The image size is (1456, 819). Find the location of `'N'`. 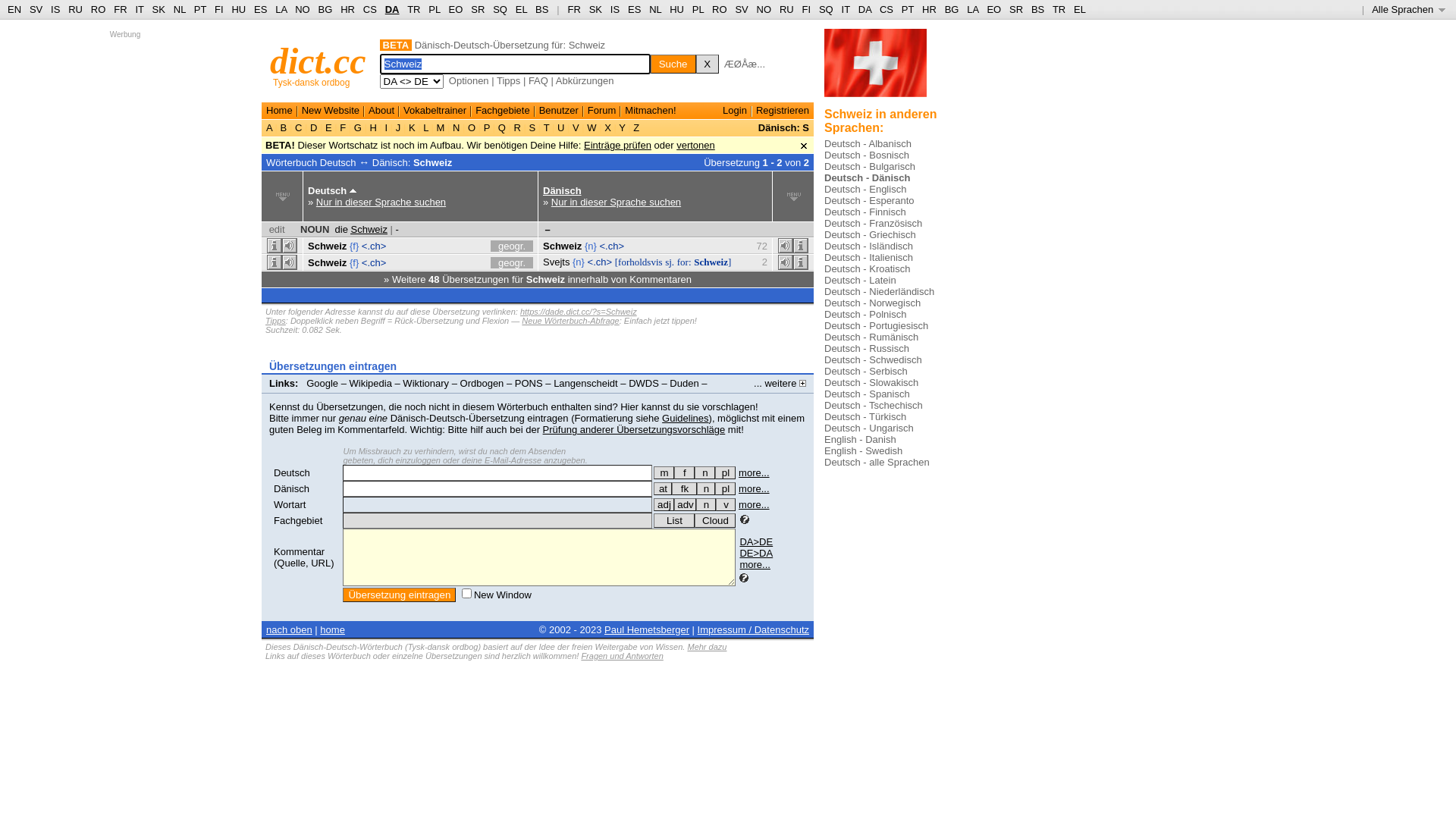

'N' is located at coordinates (455, 127).